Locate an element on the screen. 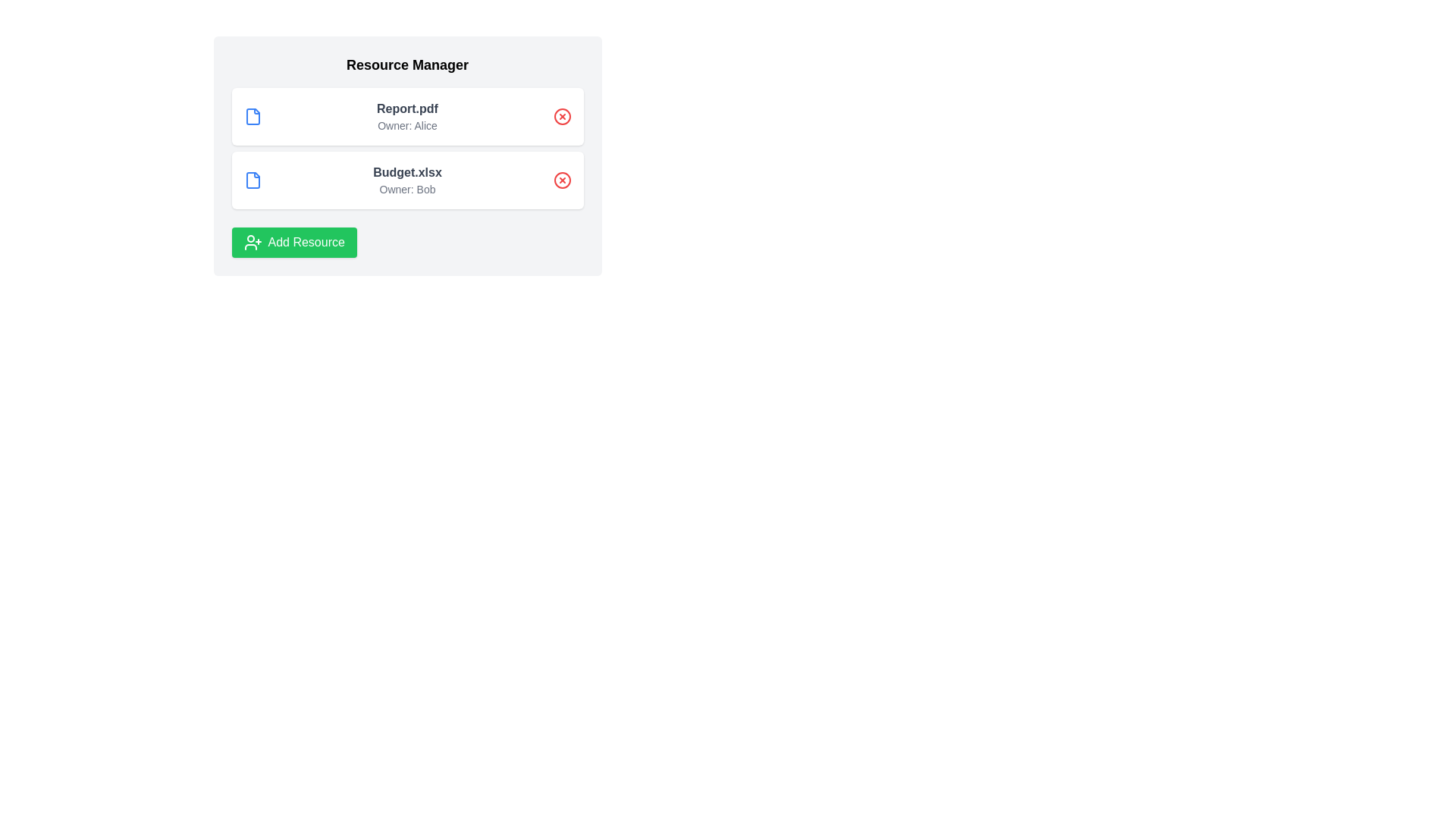  the 'Add Resource' button to add a new resource is located at coordinates (294, 242).